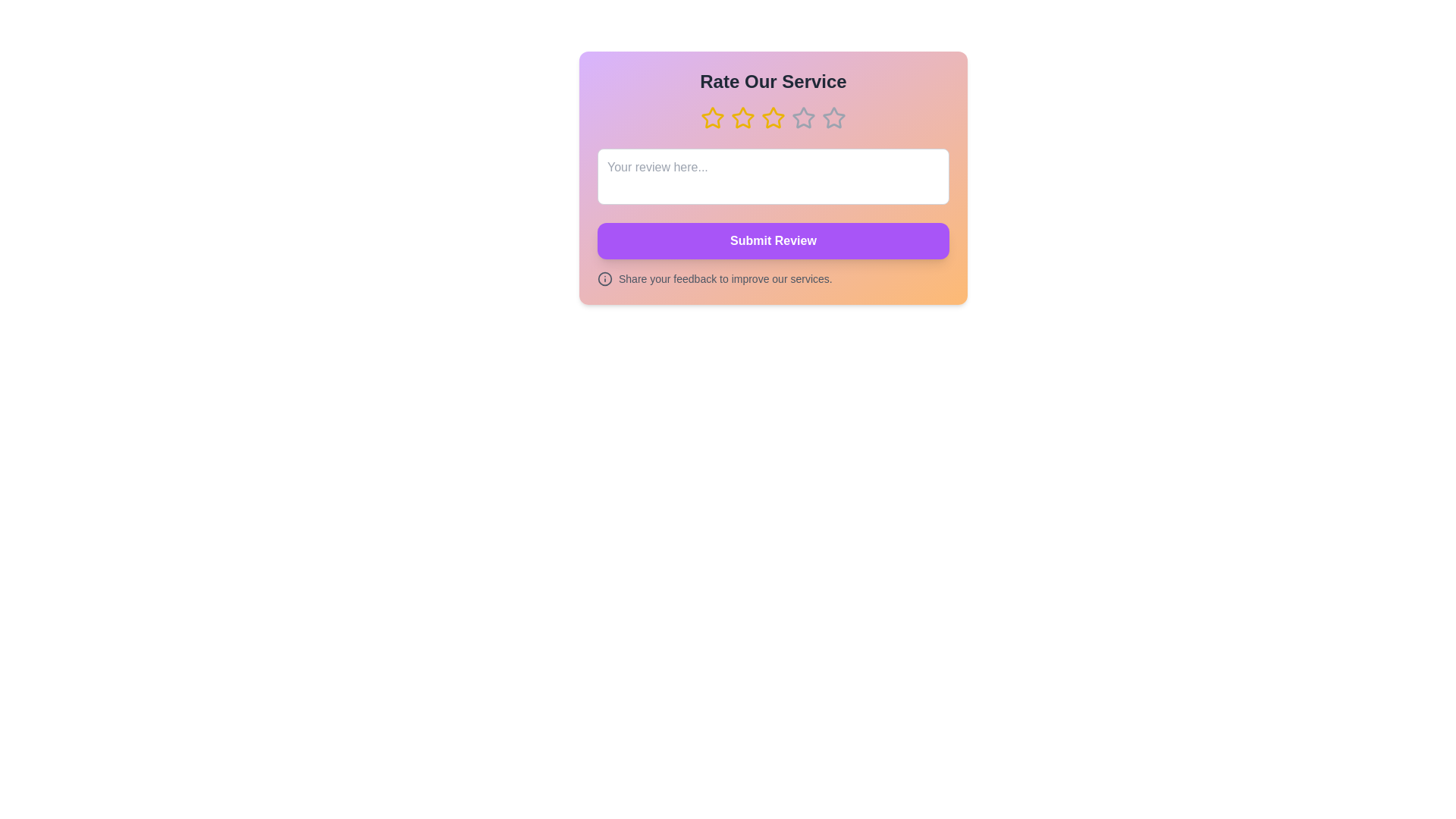 The width and height of the screenshot is (1456, 819). Describe the element at coordinates (773, 117) in the screenshot. I see `across the stars in the Rating component below the 'Rate Our Service' title` at that location.